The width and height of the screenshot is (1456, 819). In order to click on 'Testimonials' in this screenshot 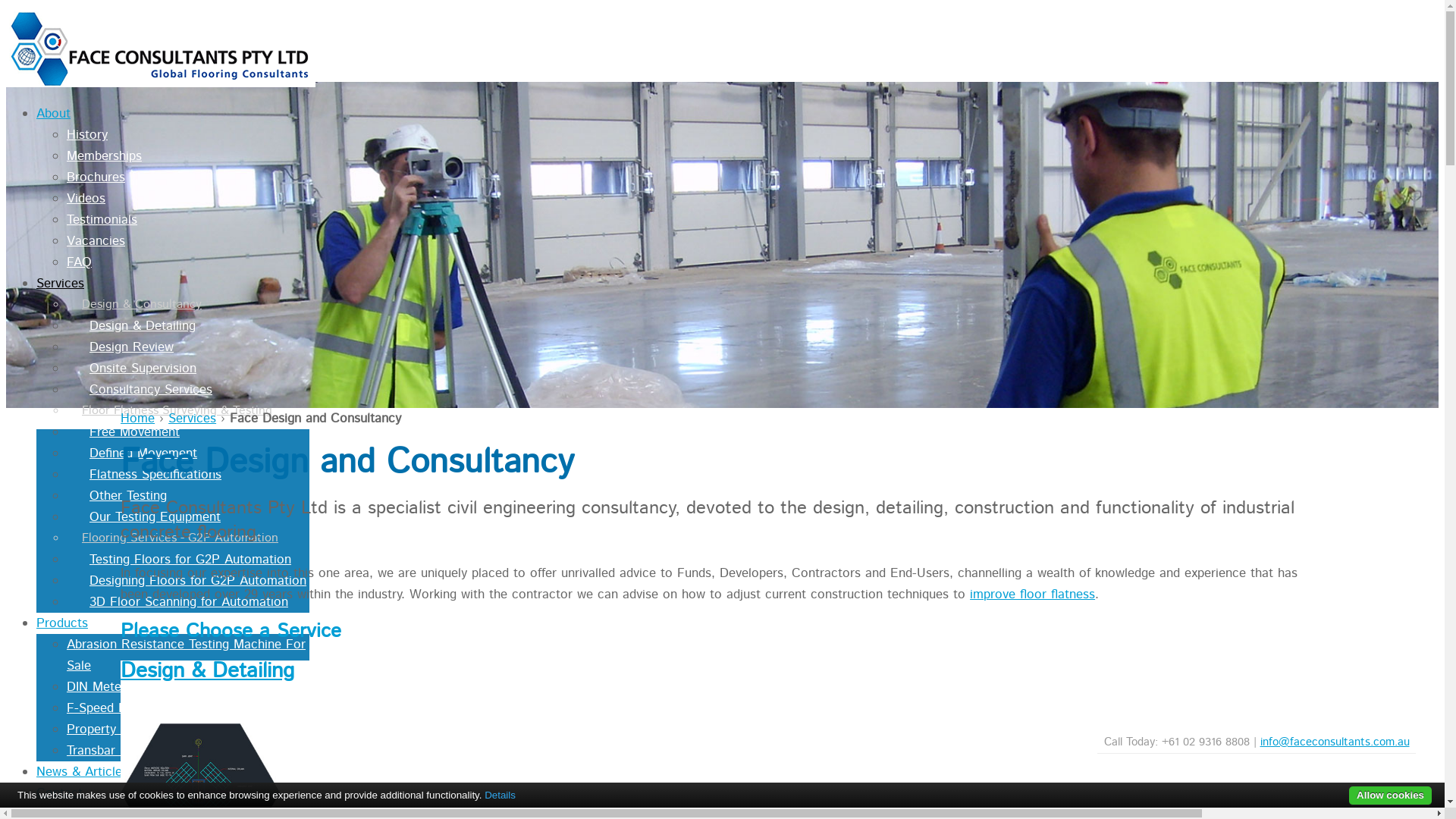, I will do `click(101, 219)`.